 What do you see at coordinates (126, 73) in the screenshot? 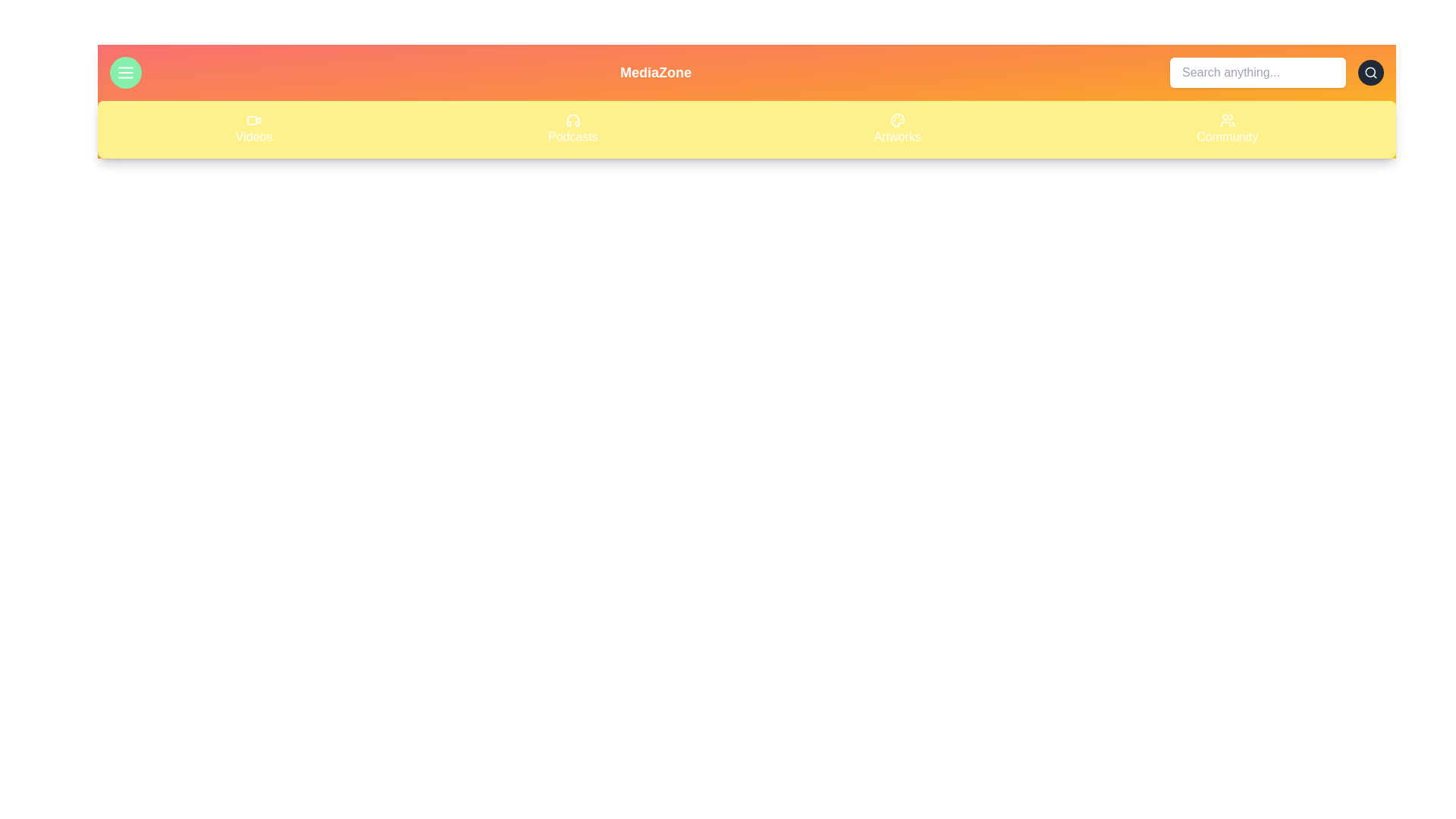
I see `menu toggle button to toggle the menu visibility` at bounding box center [126, 73].